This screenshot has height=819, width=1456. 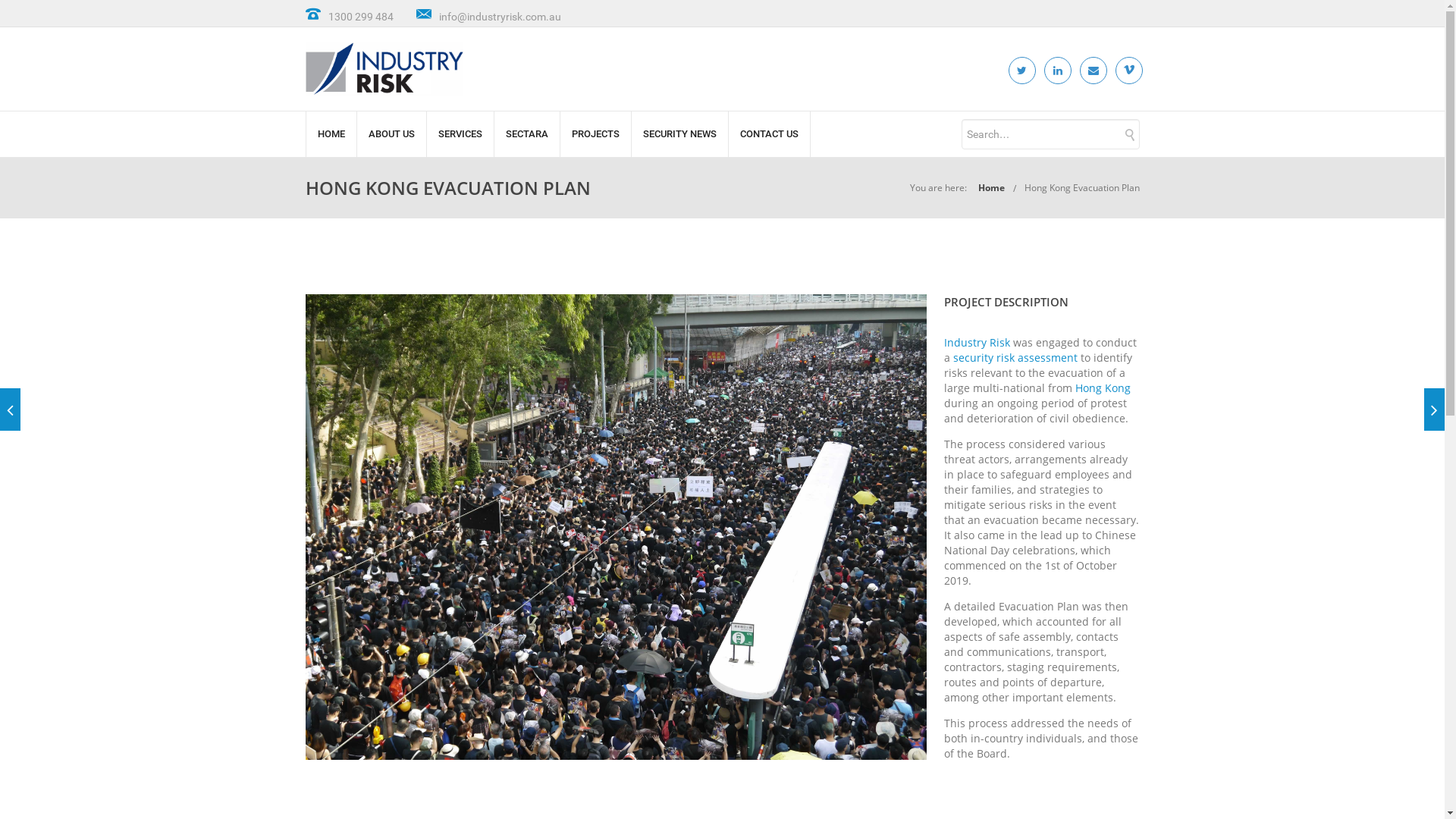 What do you see at coordinates (769, 133) in the screenshot?
I see `'CONTACT US'` at bounding box center [769, 133].